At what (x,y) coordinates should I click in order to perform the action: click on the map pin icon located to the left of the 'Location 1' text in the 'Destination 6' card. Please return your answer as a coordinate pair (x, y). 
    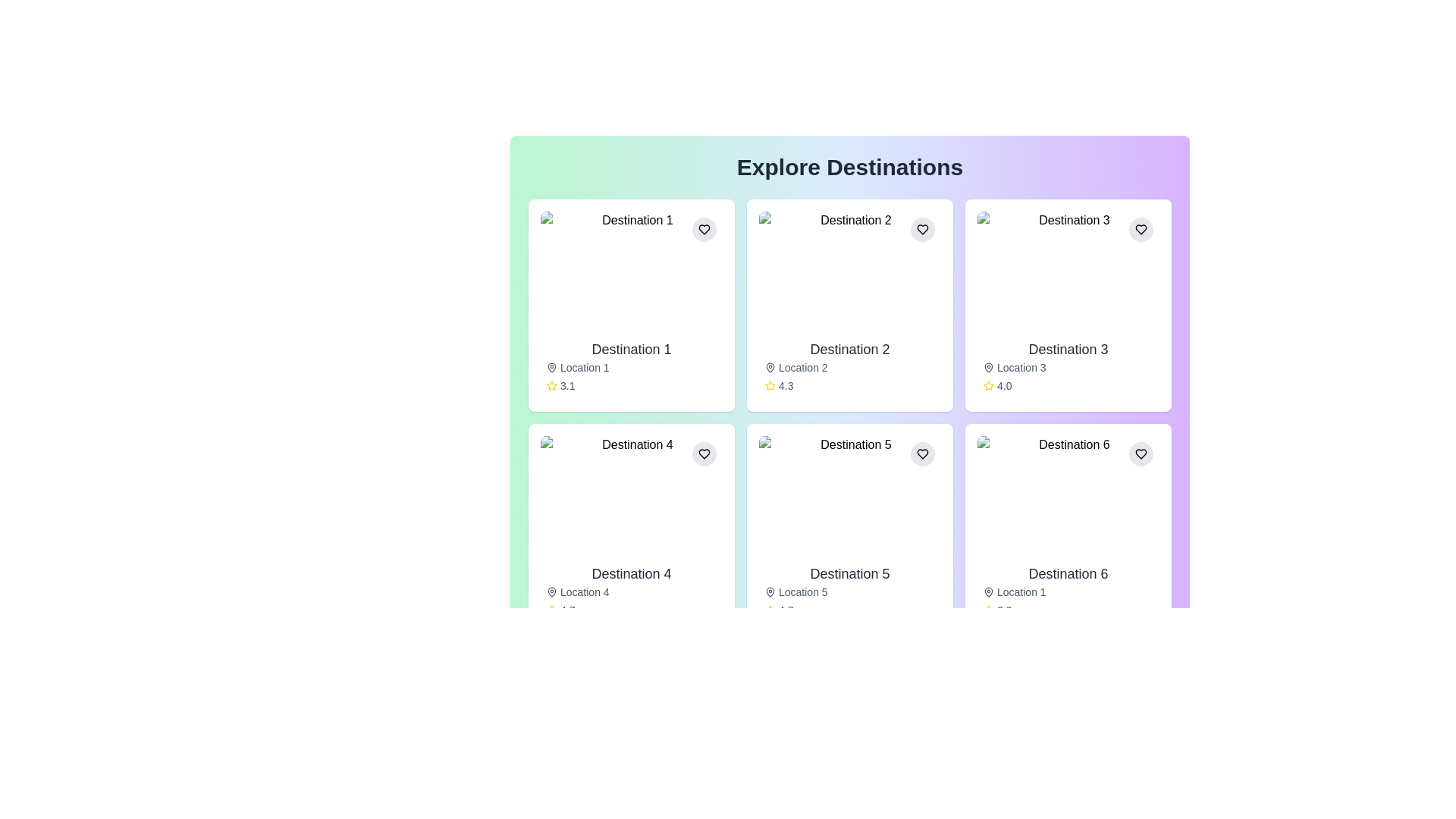
    Looking at the image, I should click on (989, 591).